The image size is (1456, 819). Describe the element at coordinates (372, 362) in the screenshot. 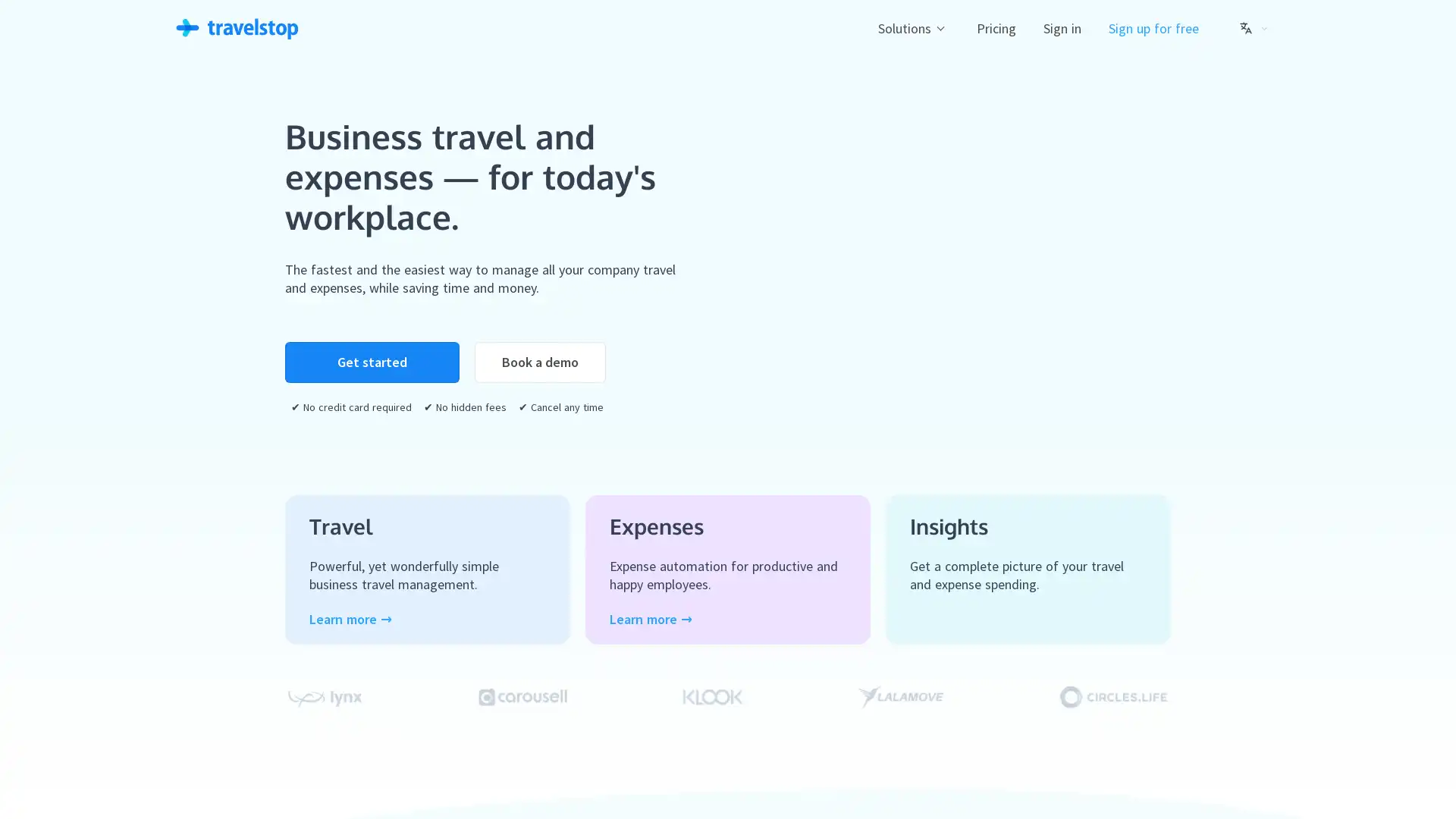

I see `Get started` at that location.